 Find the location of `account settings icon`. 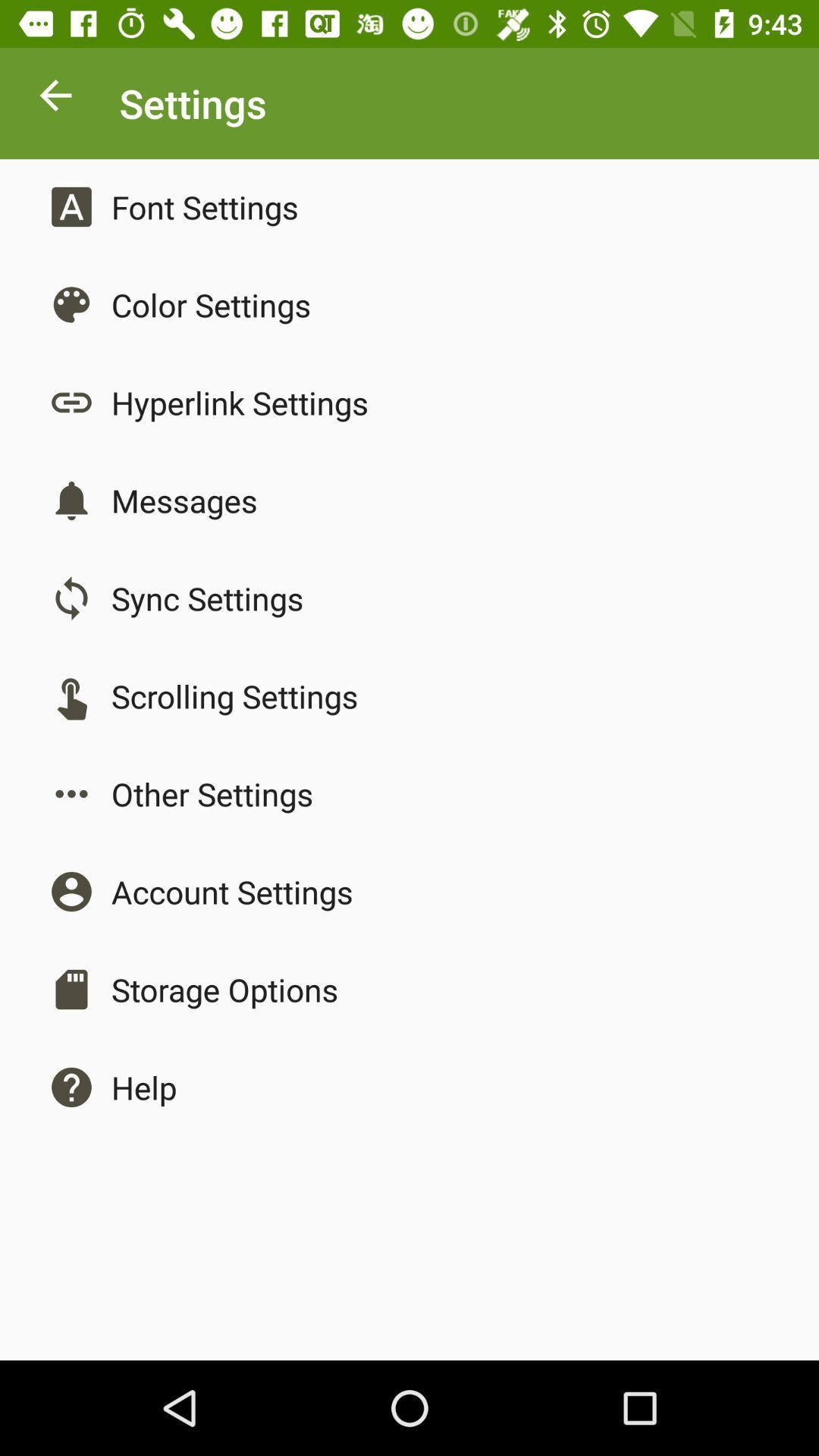

account settings icon is located at coordinates (232, 892).